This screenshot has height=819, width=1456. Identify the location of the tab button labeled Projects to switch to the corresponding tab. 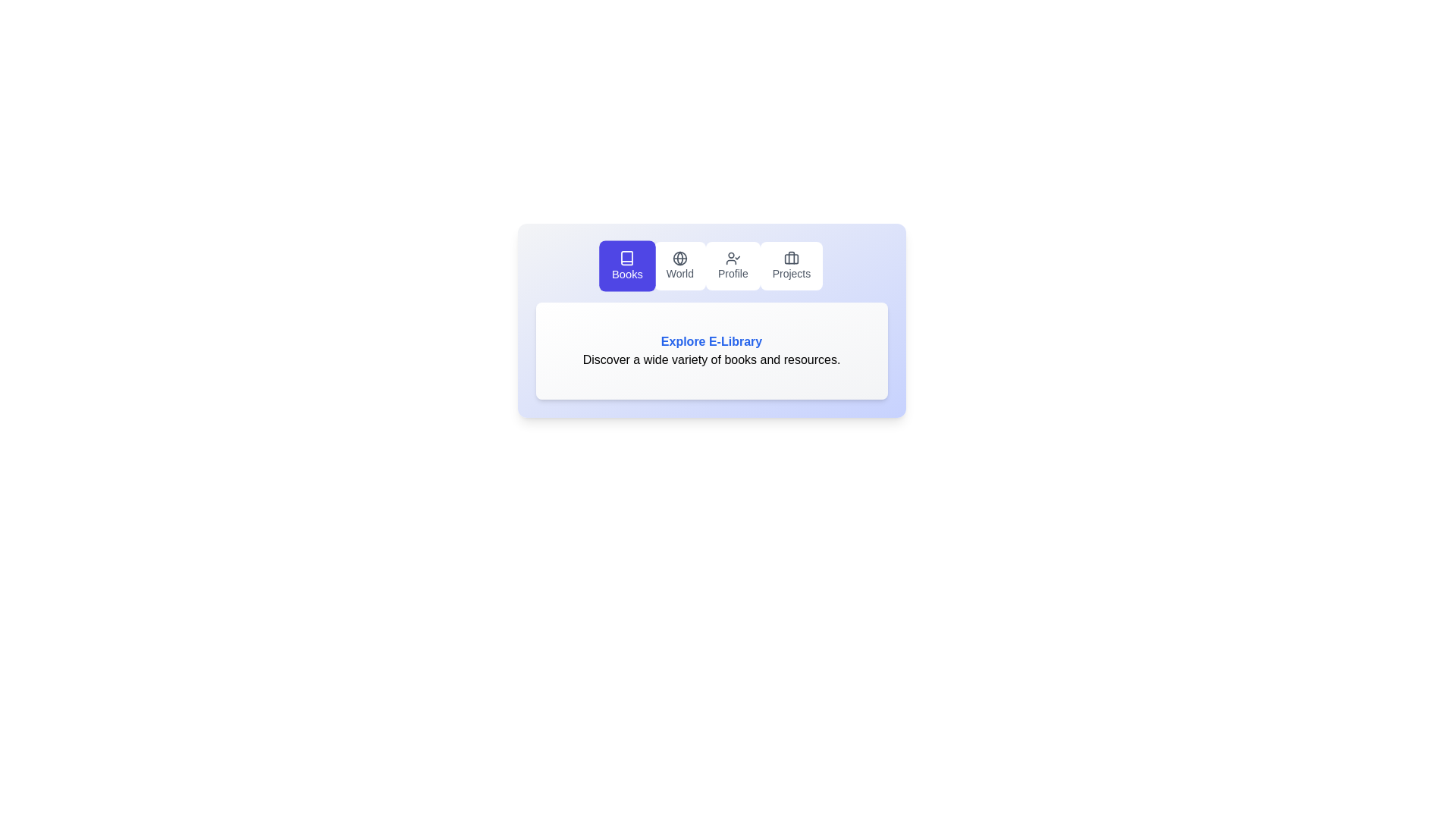
(790, 265).